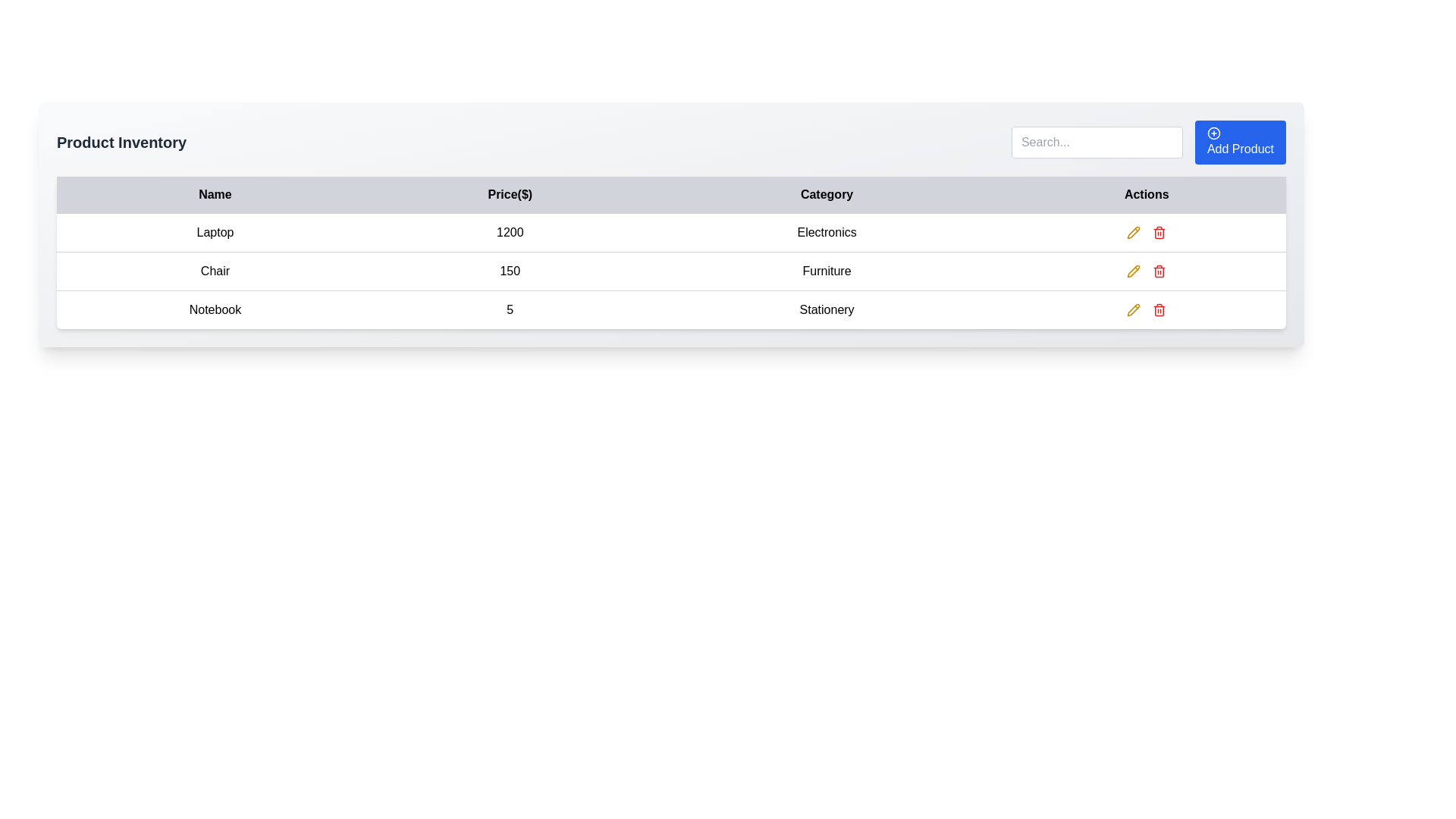  What do you see at coordinates (1213, 133) in the screenshot?
I see `the SVG Circle Component, which is a white circle with a thin outline, part of a plus sign icon located to the left of the 'Add Product' button in the top-right corner of the interface` at bounding box center [1213, 133].